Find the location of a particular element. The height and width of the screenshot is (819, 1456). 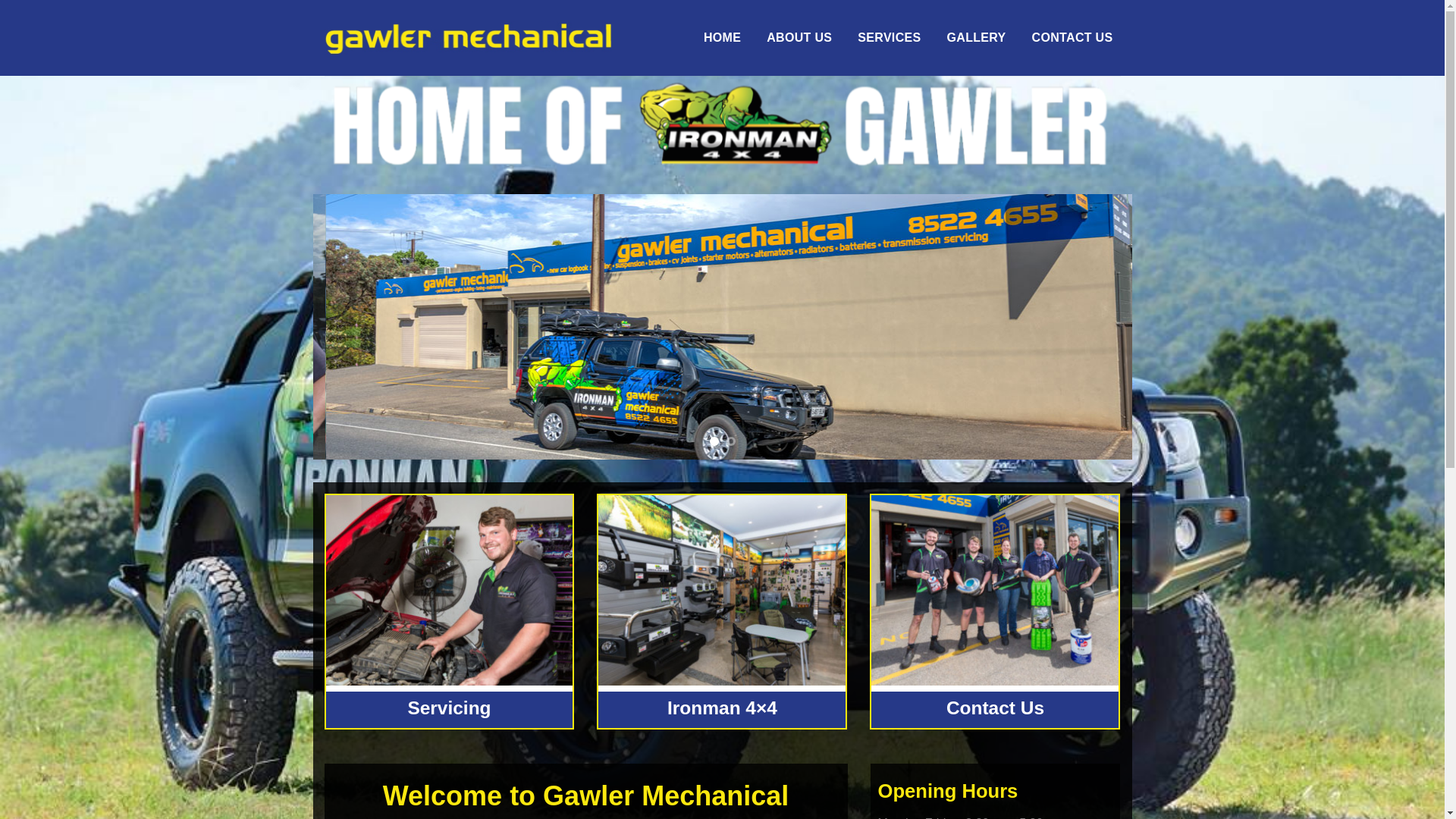

'Servicing' is located at coordinates (407, 708).